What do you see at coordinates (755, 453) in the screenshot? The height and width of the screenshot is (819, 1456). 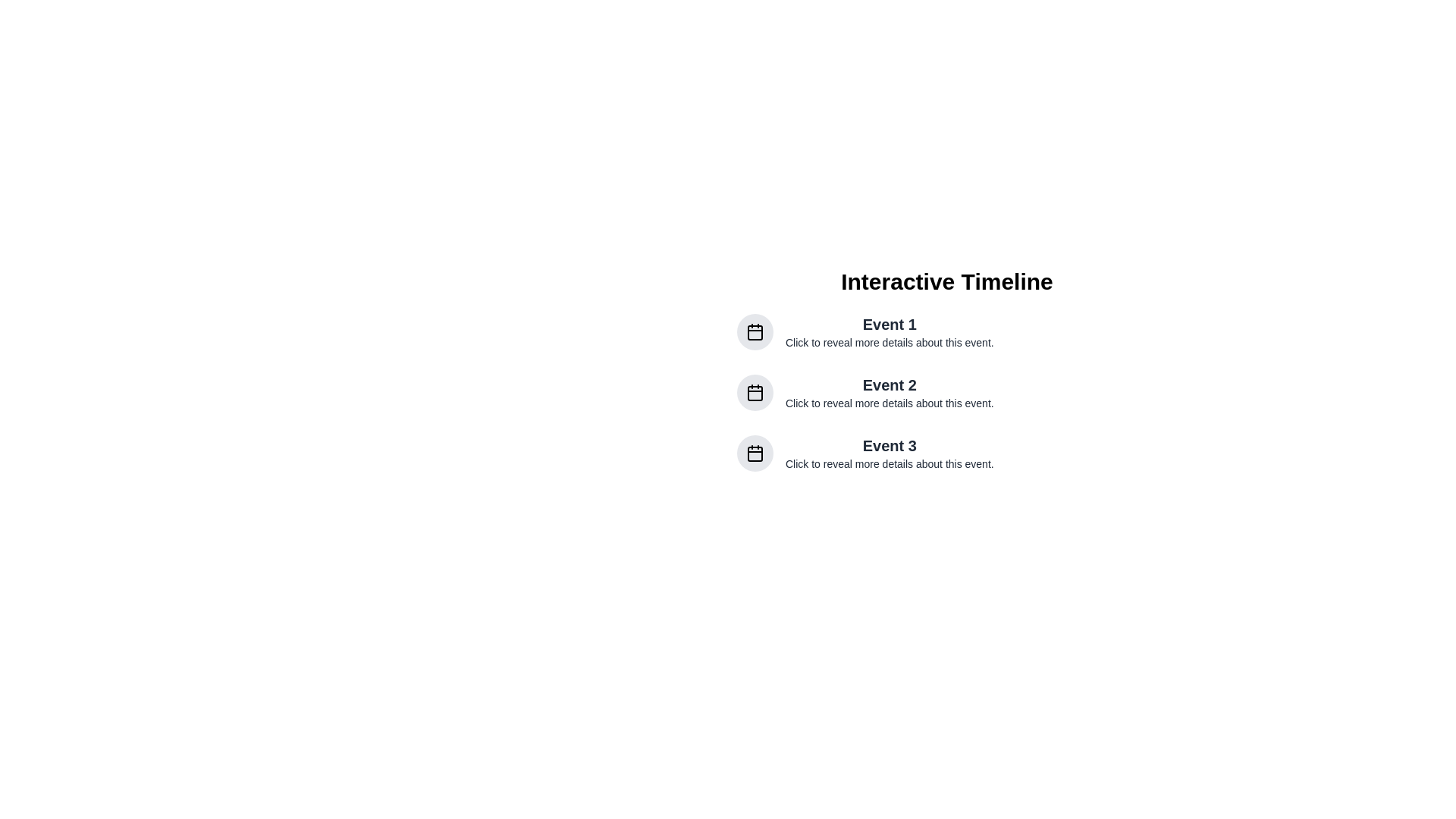 I see `the calendar icon located next to the text 'Event 3' in the interactive timeline to interact with it` at bounding box center [755, 453].